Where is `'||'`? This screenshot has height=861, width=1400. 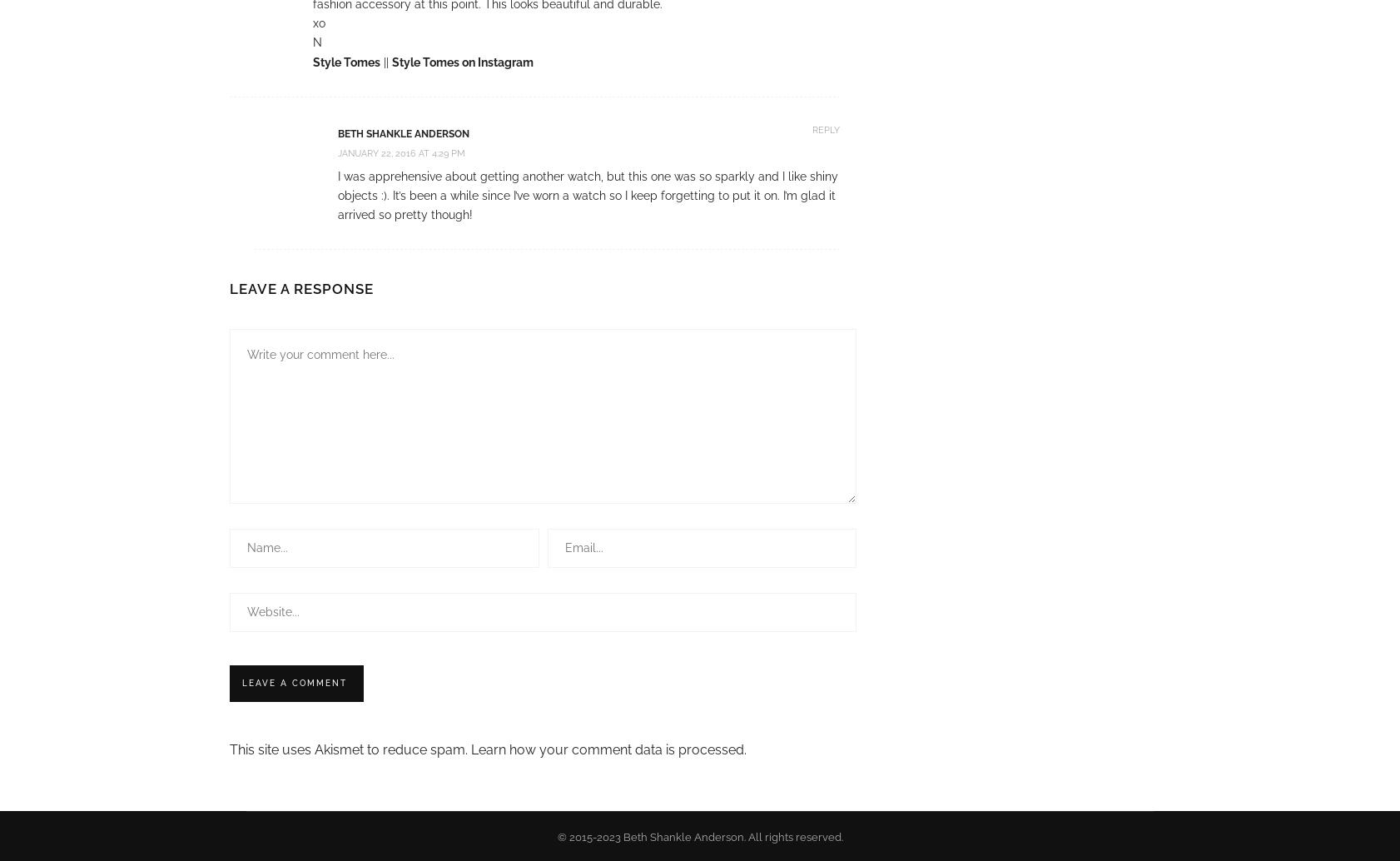
'||' is located at coordinates (380, 61).